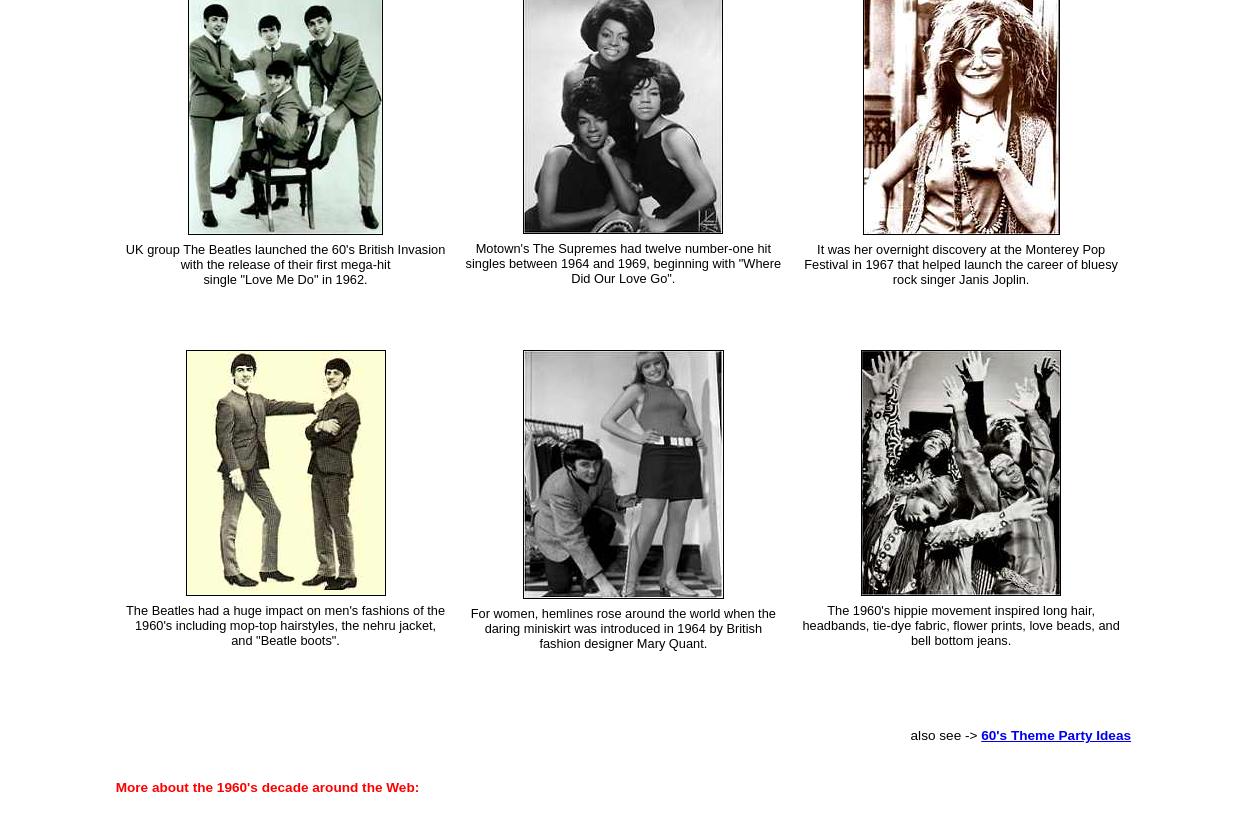  I want to click on 'It was her overnight discovery at the Monterey Pop Festival in 1967 that helped launch the career of bluesy rock singer Janis Joplin.', so click(960, 263).